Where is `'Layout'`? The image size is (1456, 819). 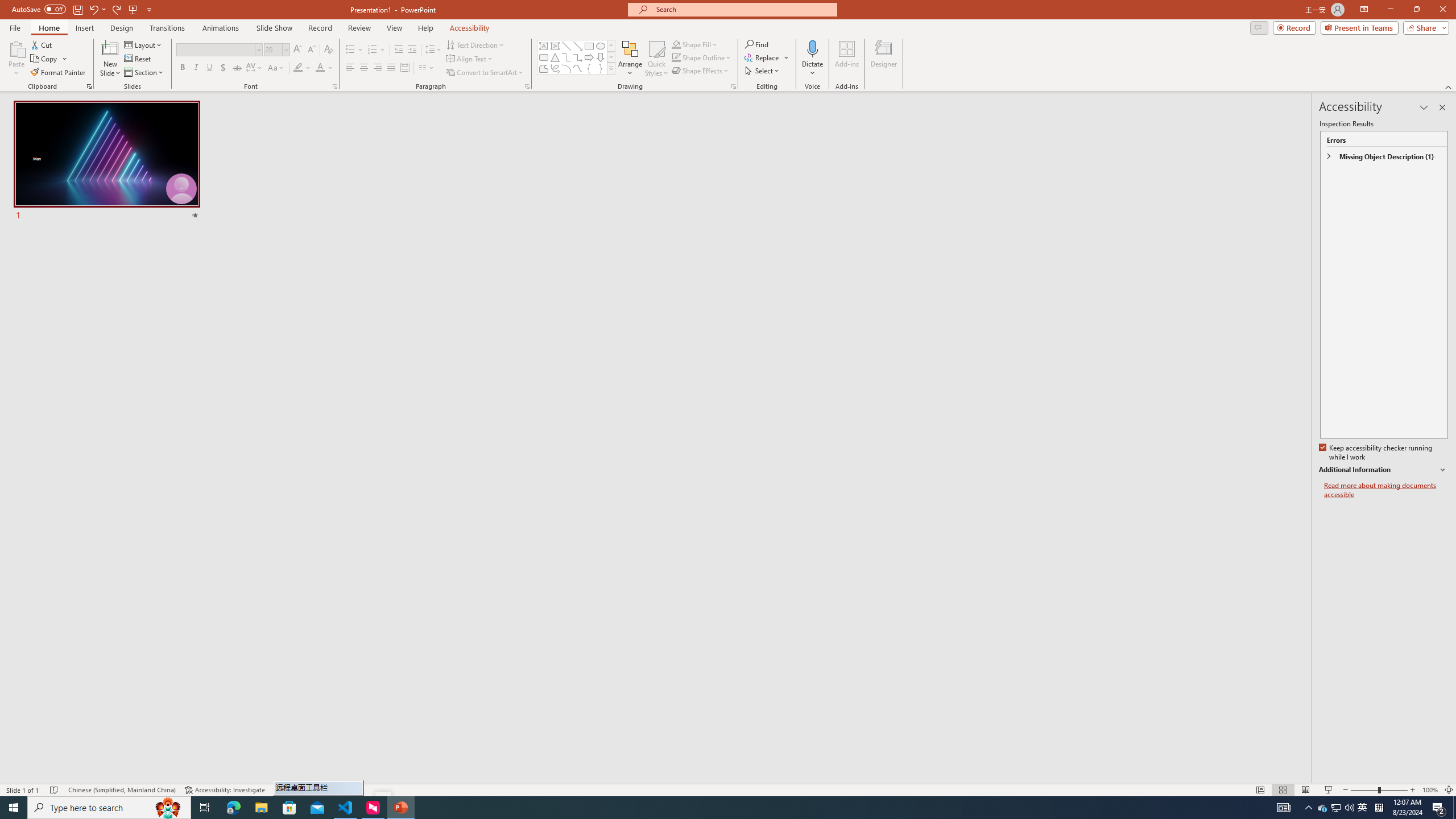
'Layout' is located at coordinates (143, 44).